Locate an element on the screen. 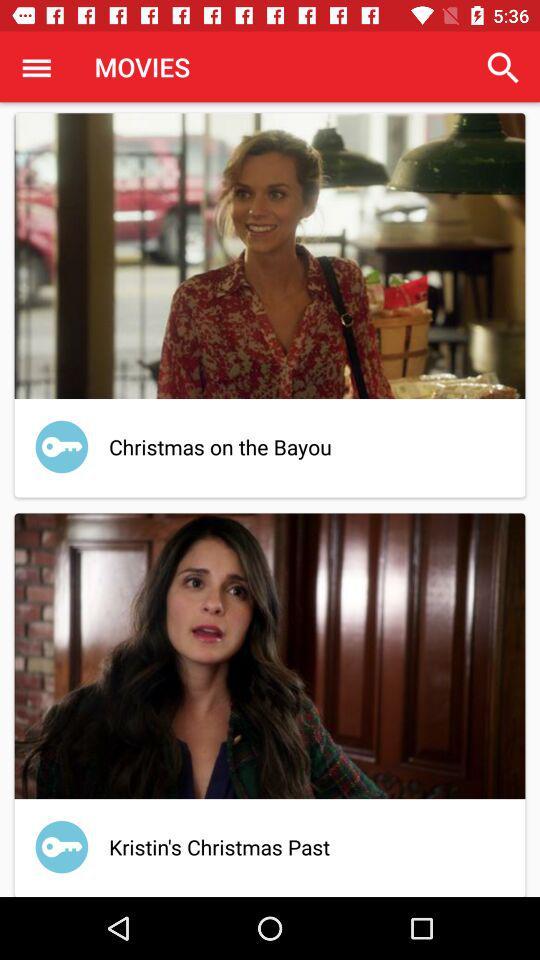 This screenshot has height=960, width=540. the app next to the movies icon is located at coordinates (36, 67).